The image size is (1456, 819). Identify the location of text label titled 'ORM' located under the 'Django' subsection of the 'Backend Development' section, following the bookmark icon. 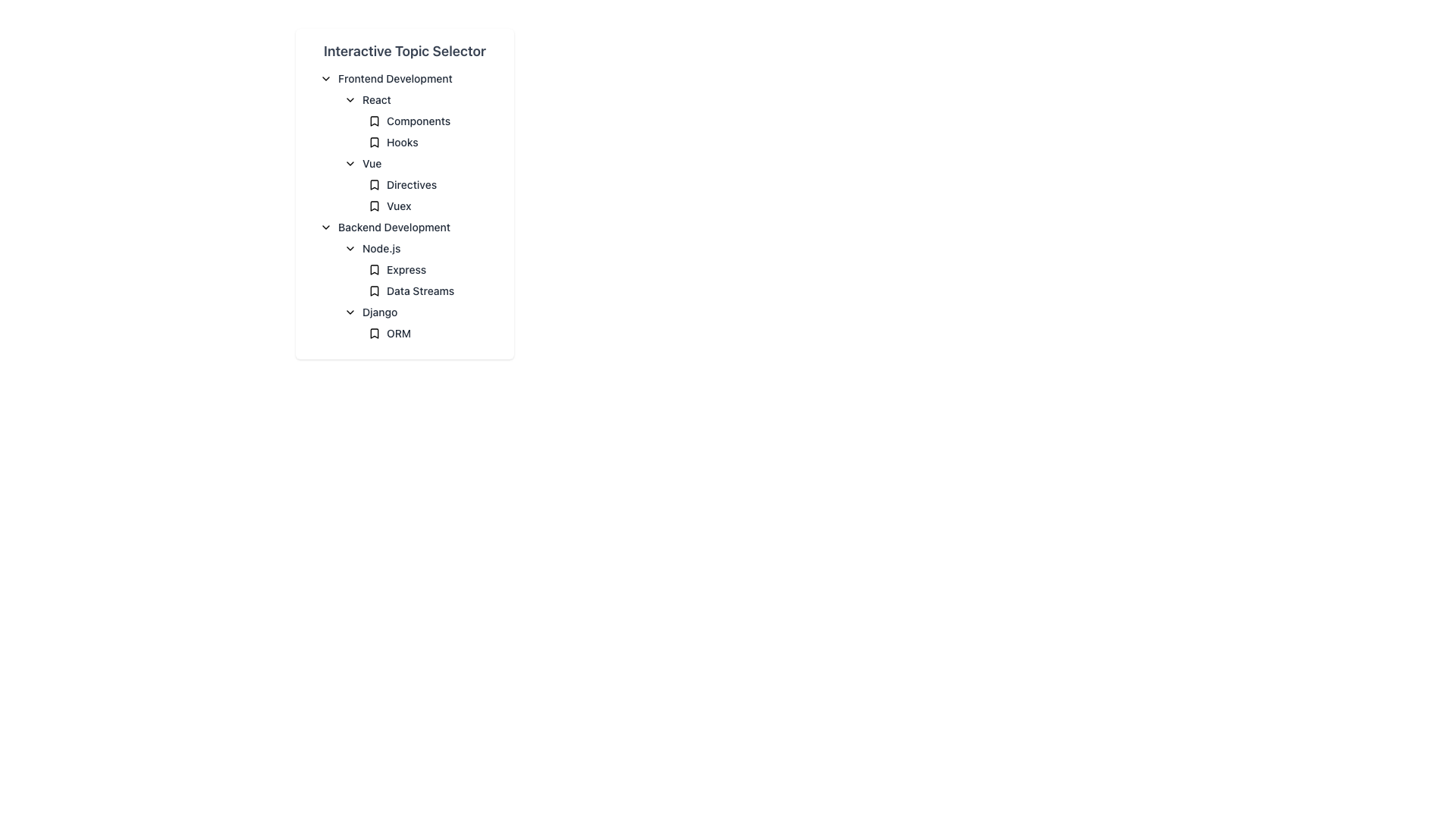
(399, 332).